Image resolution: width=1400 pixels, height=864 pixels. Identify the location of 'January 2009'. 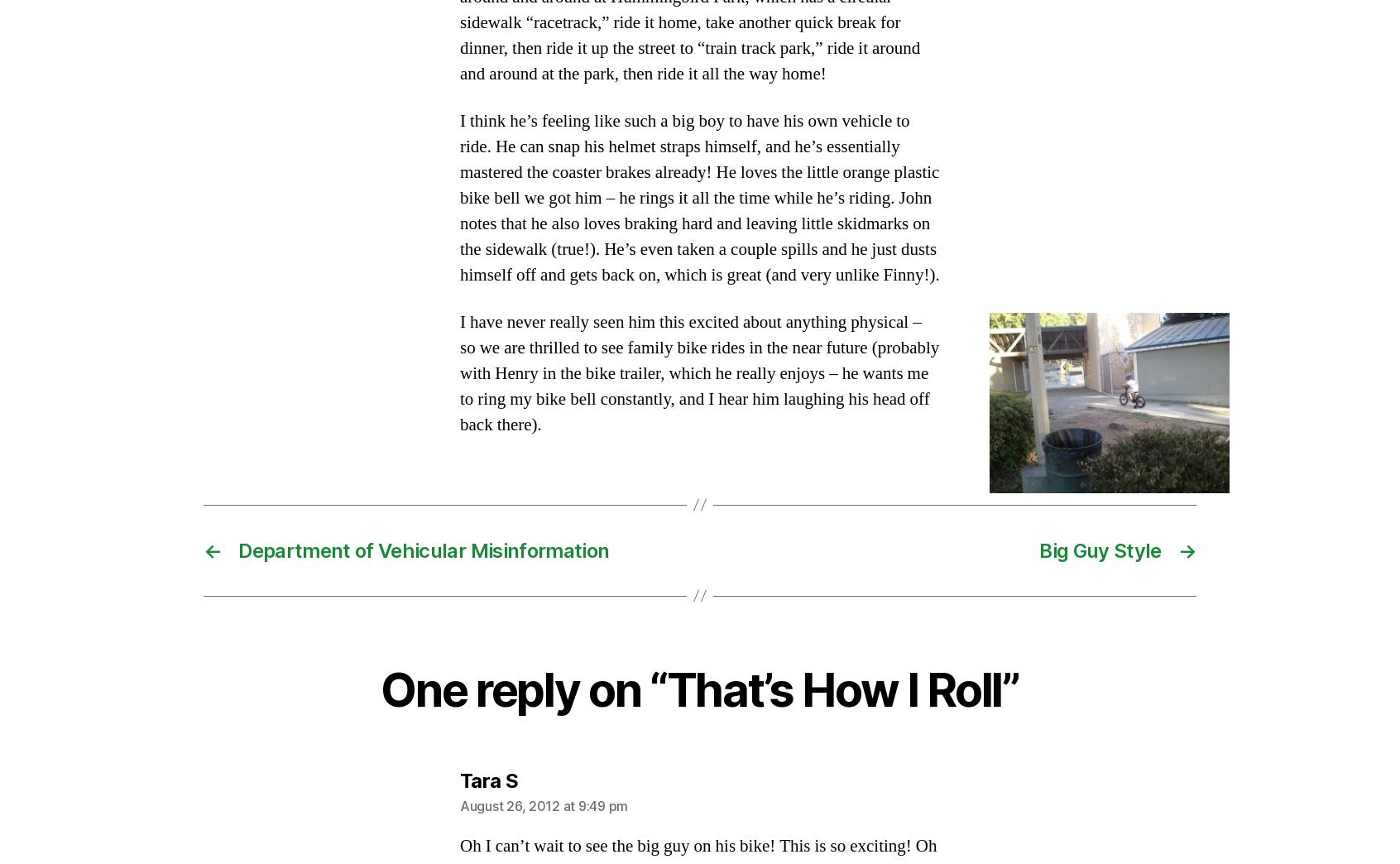
(260, 406).